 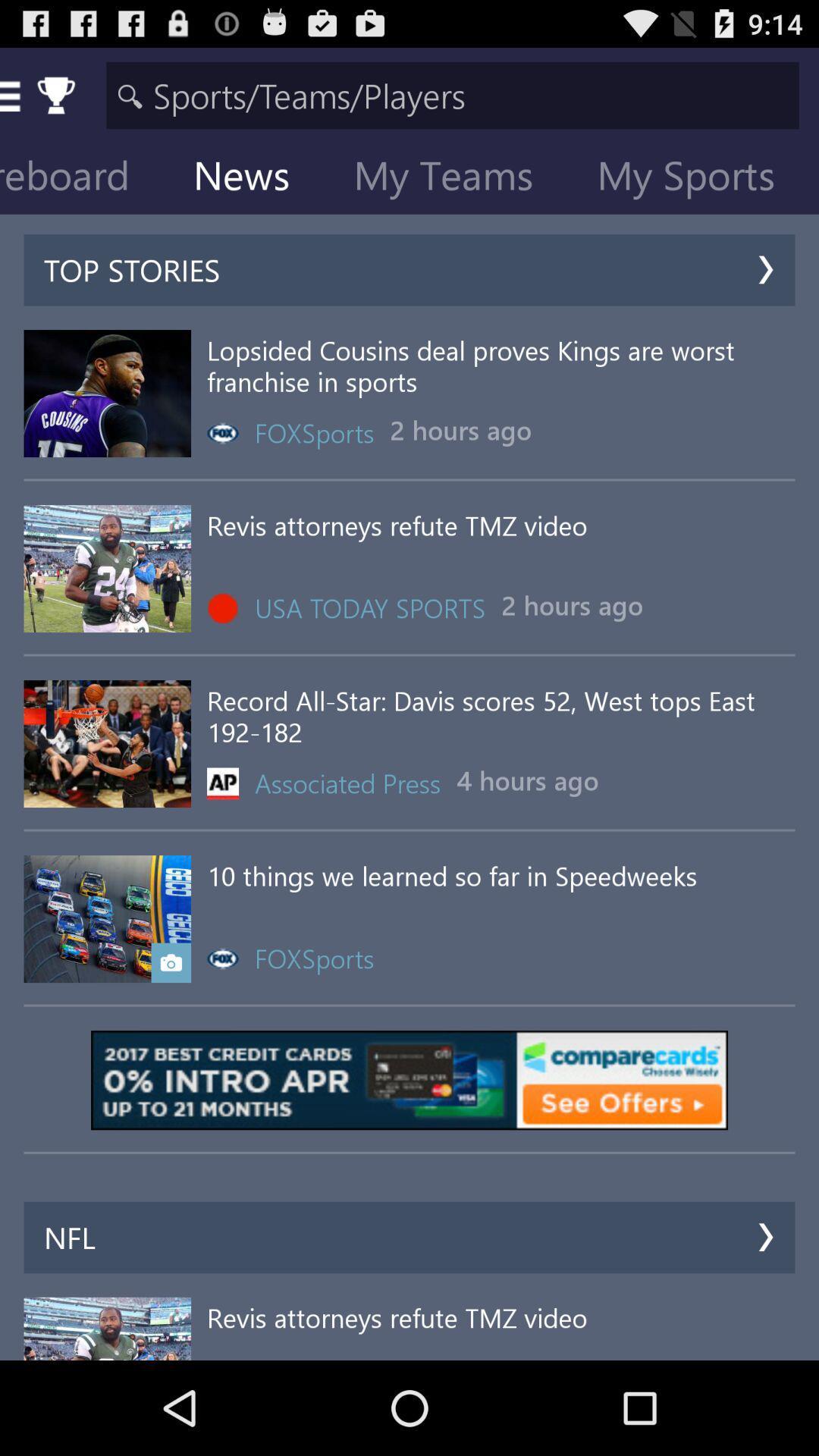 I want to click on the scoreboard item, so click(x=86, y=178).